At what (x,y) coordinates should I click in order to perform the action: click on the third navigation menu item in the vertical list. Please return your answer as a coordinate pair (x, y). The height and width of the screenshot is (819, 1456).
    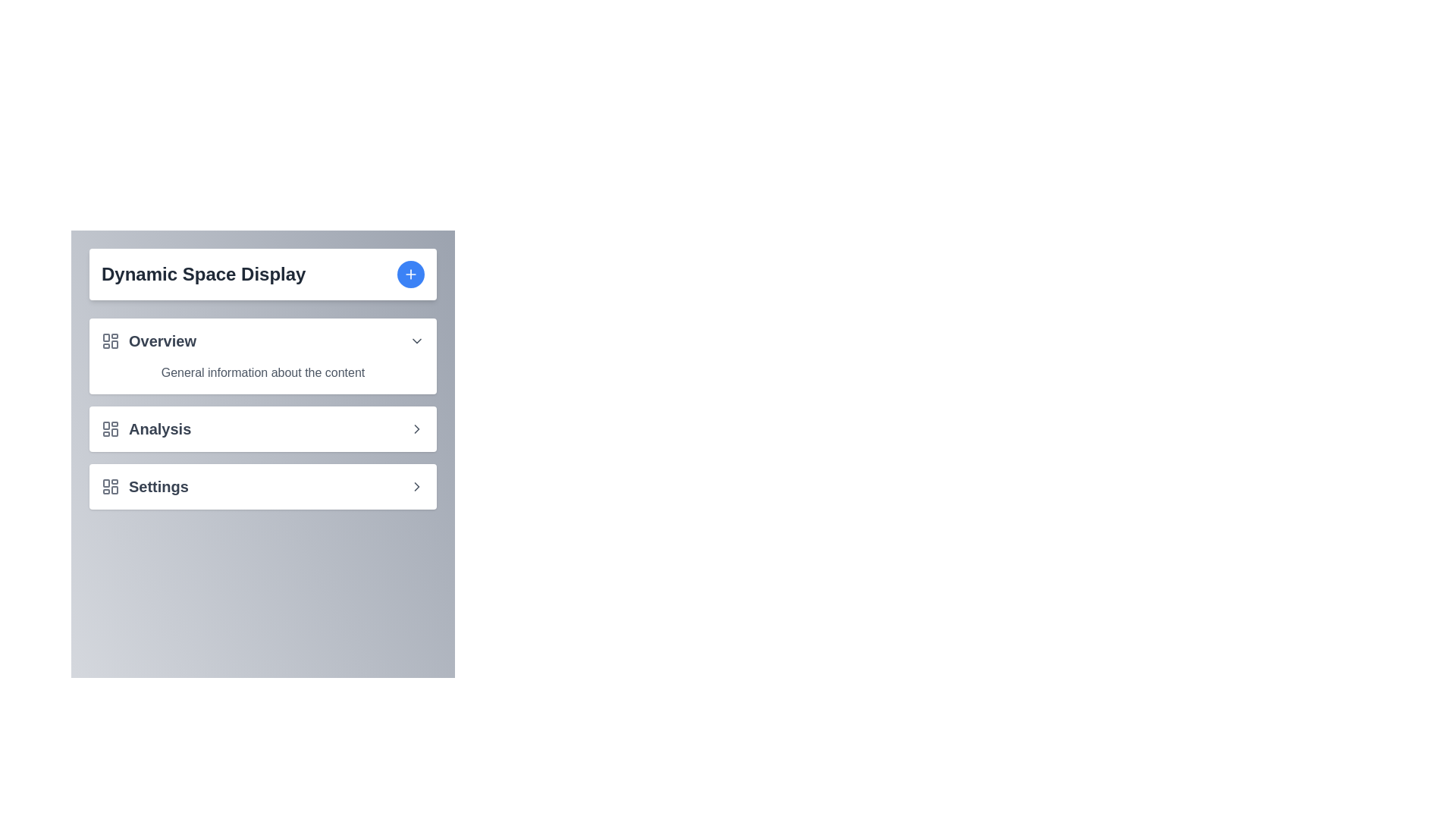
    Looking at the image, I should click on (262, 486).